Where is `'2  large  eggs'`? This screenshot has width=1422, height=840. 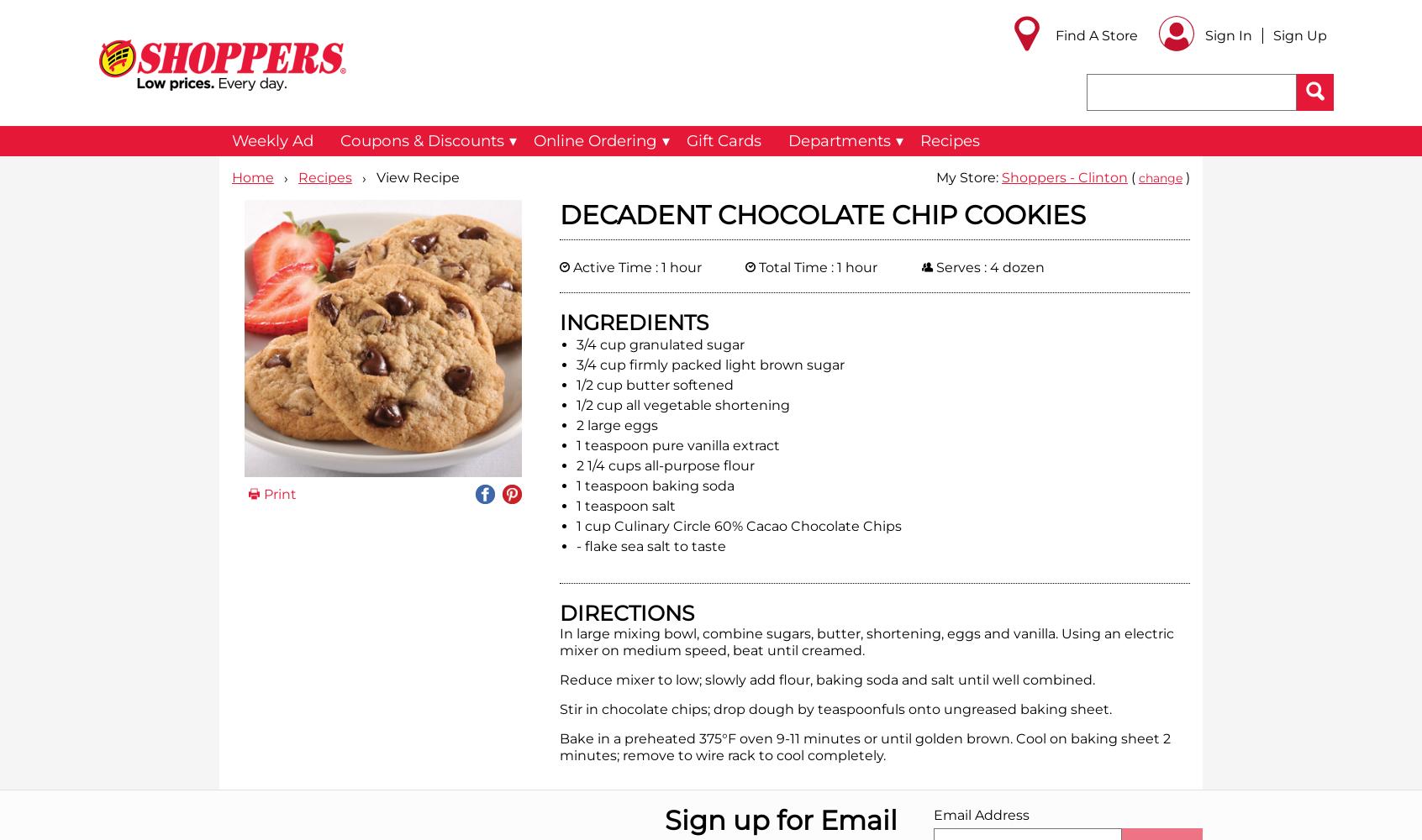 '2  large  eggs' is located at coordinates (615, 424).